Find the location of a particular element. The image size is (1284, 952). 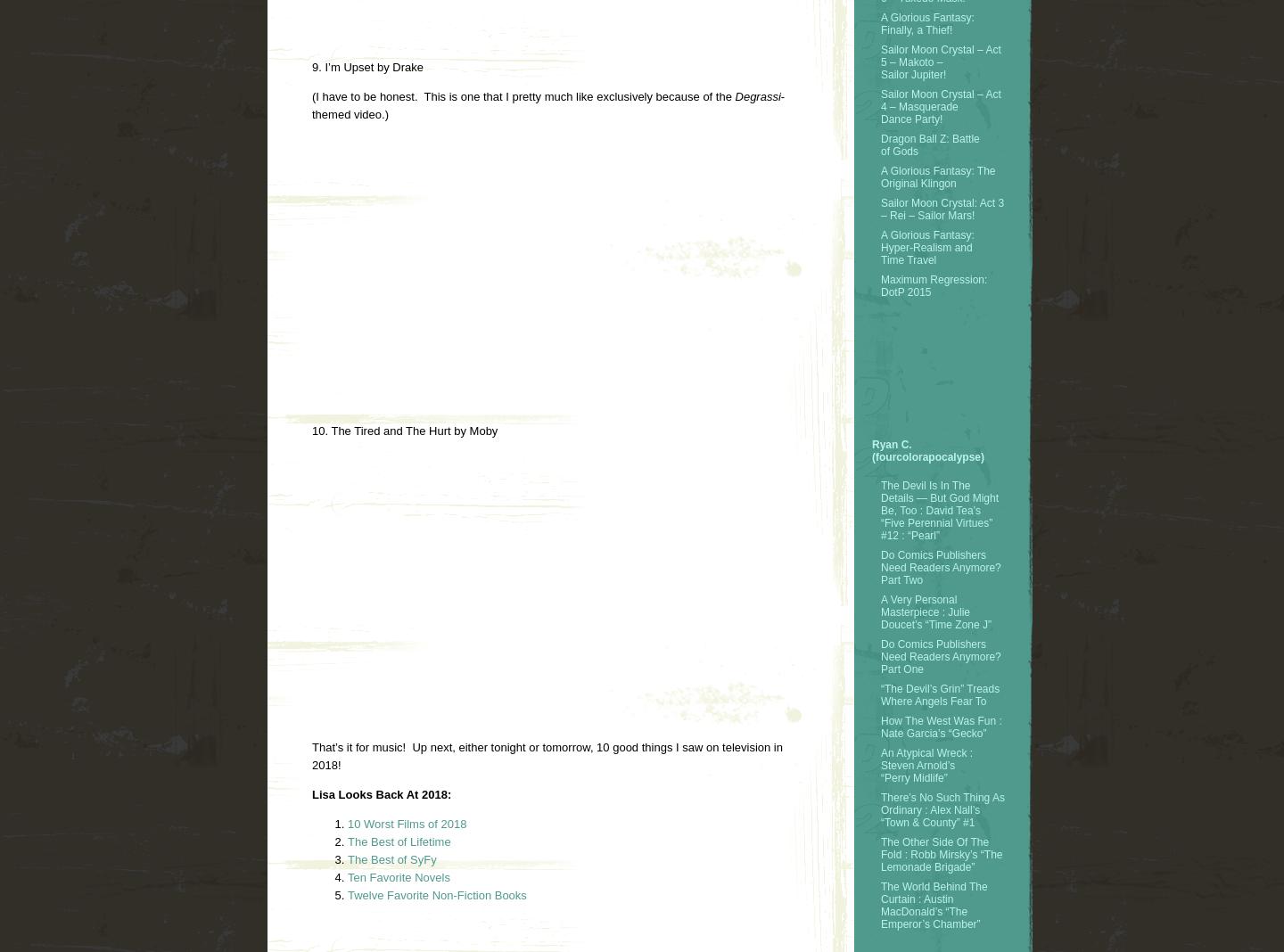

'9. I’m Upset by Drake' is located at coordinates (366, 66).